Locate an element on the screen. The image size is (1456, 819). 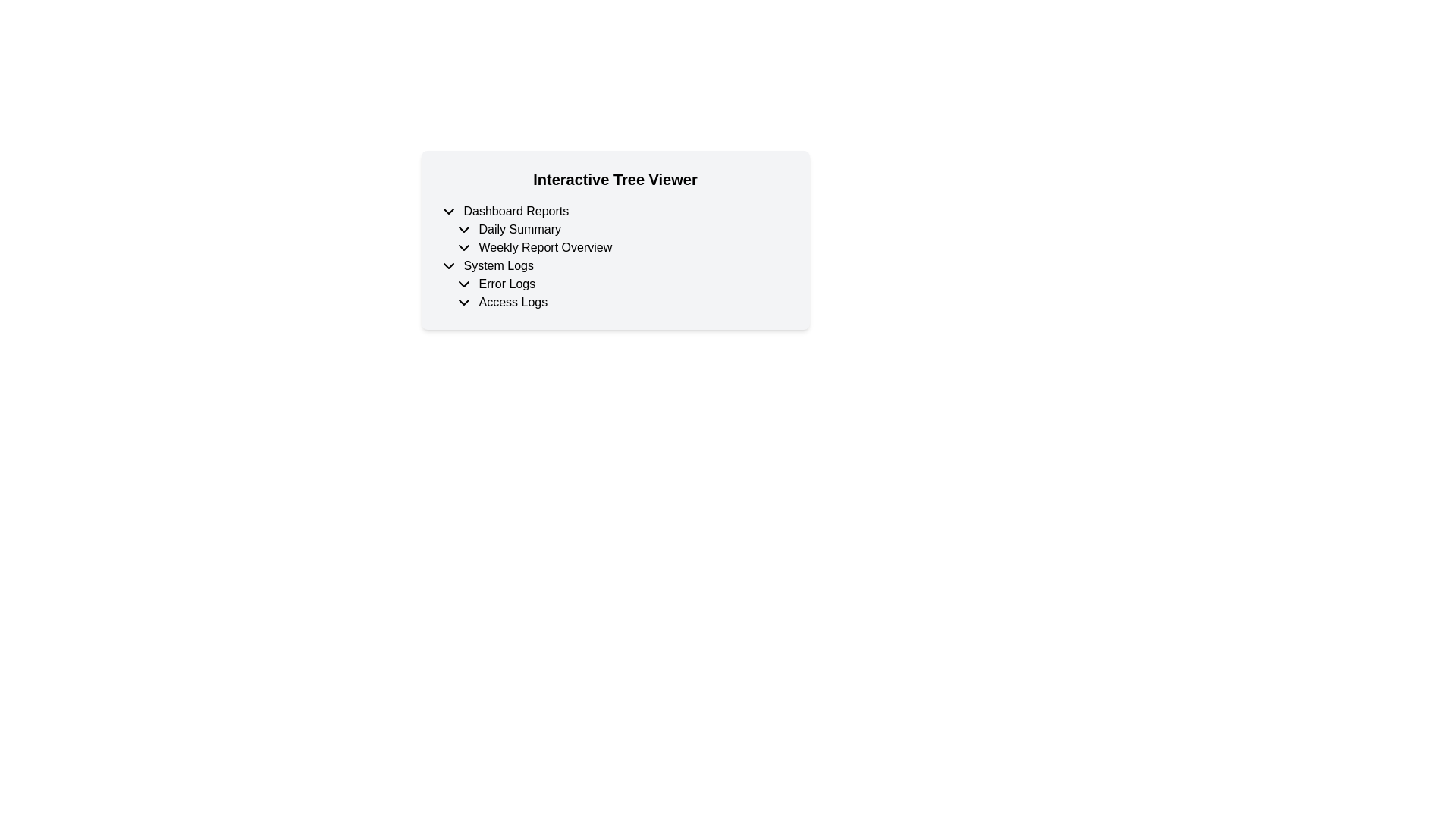
the SVG Icon located to the left of the 'Daily Summary' text label is located at coordinates (463, 230).